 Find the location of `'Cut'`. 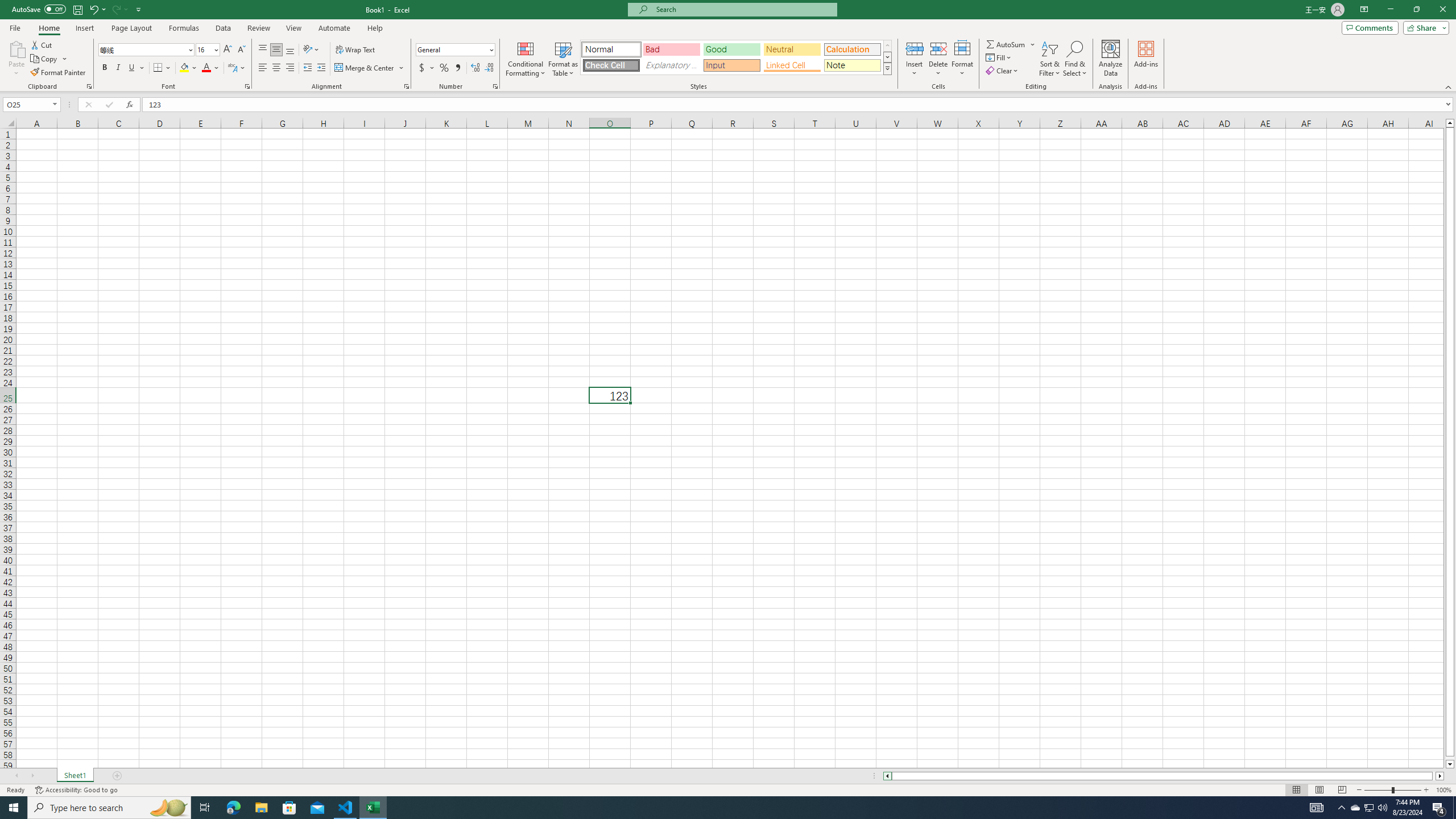

'Cut' is located at coordinates (42, 44).